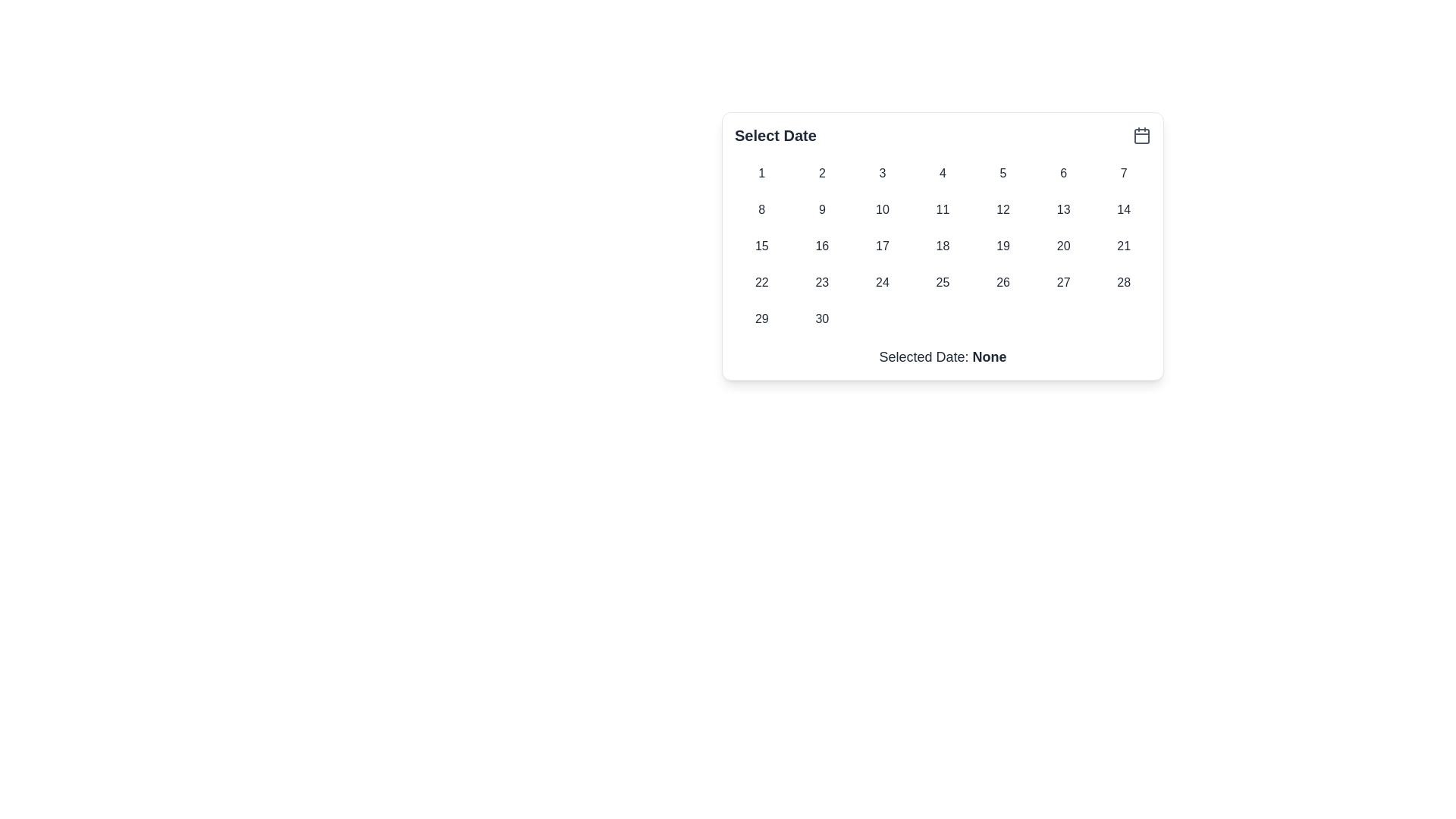 This screenshot has width=1456, height=819. I want to click on the date selector button representing the date '9' in the calendar widget, located in the second row and second column of the grid, so click(821, 210).